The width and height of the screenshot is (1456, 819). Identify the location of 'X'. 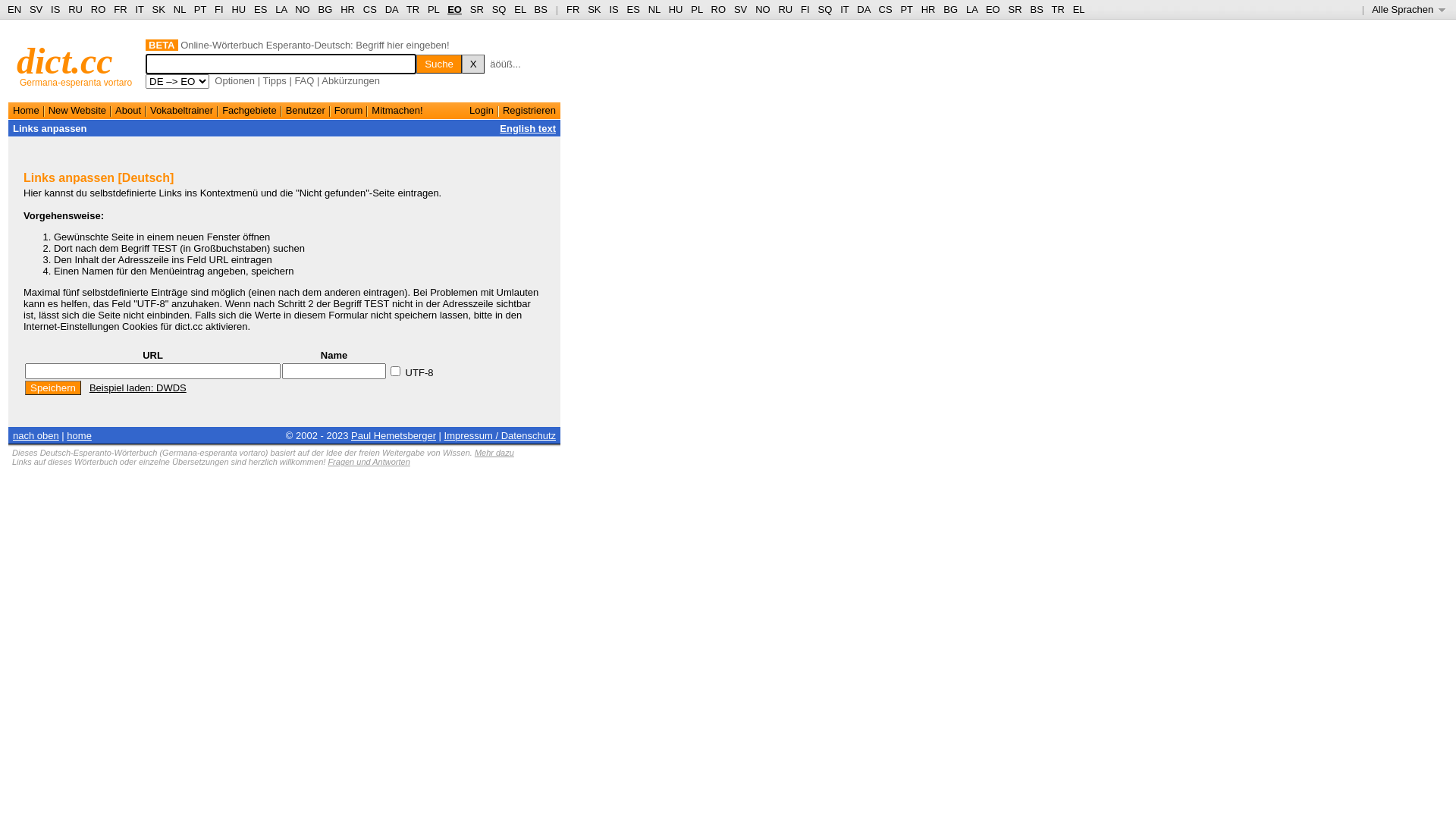
(472, 63).